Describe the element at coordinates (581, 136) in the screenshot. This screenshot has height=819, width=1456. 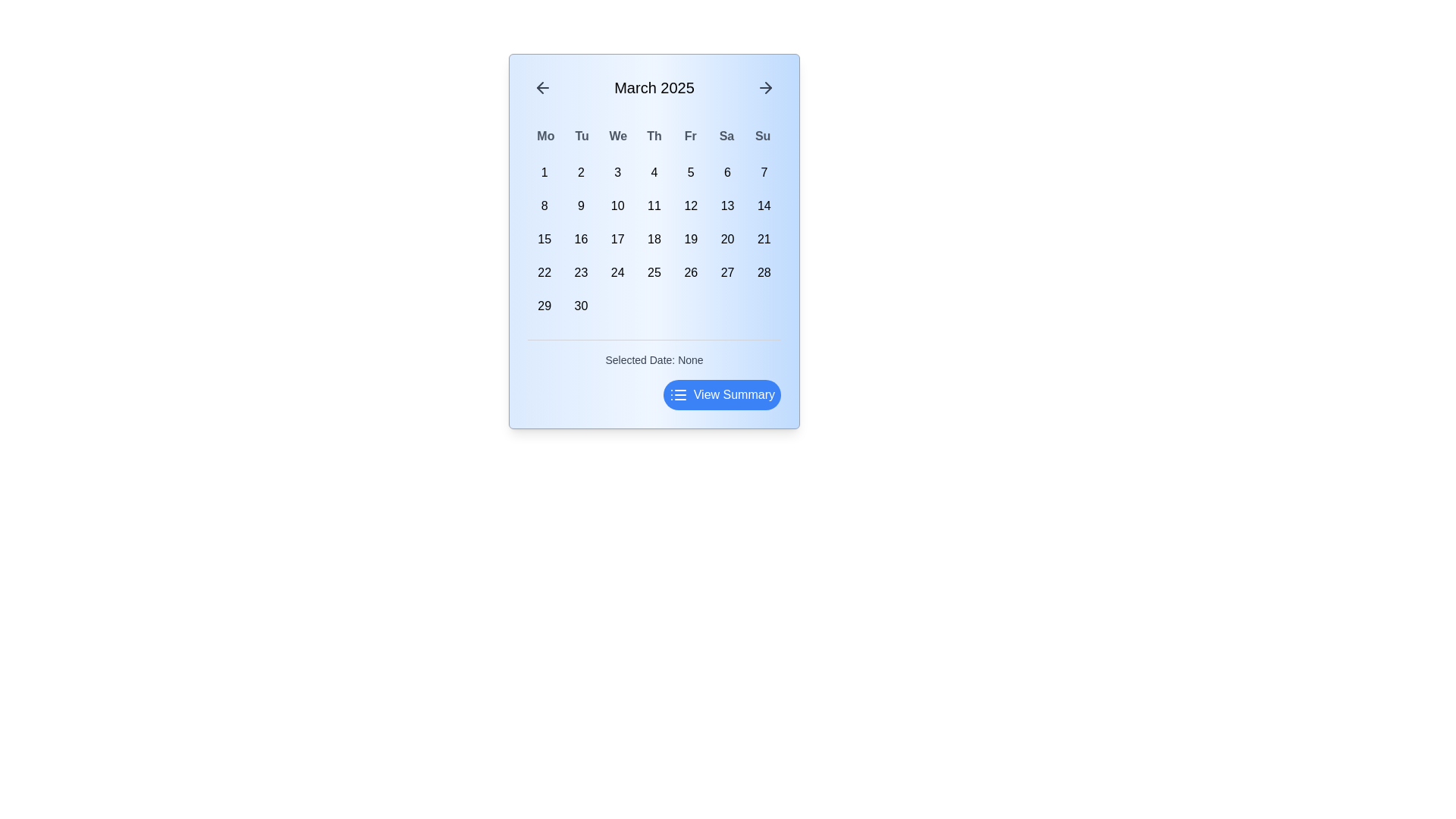
I see `the 'Tuesday' text label, which is the second item in the horizontal list of days at the top of the calendar interface, located between 'Mo' and 'We'` at that location.